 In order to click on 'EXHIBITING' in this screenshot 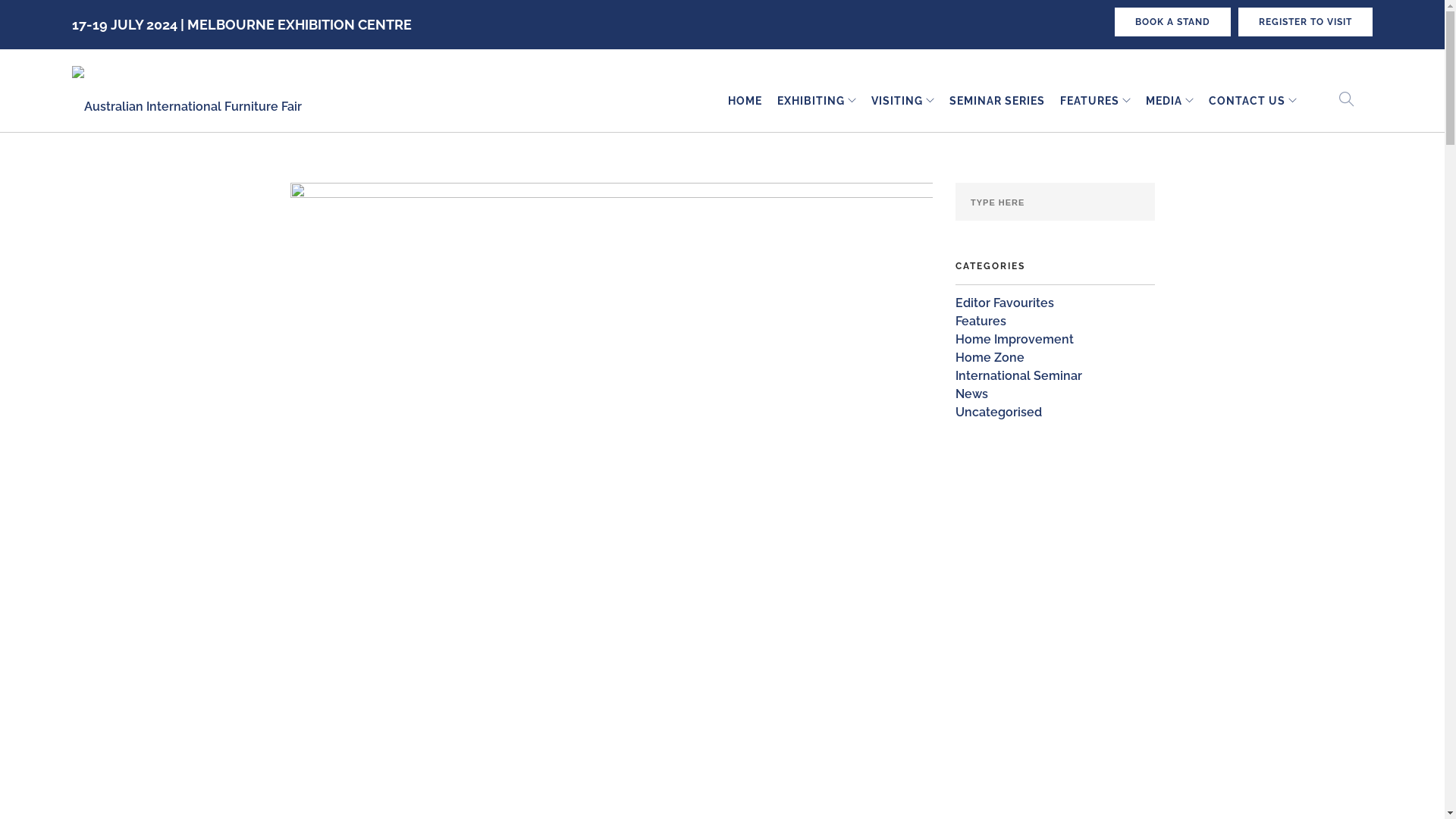, I will do `click(810, 101)`.